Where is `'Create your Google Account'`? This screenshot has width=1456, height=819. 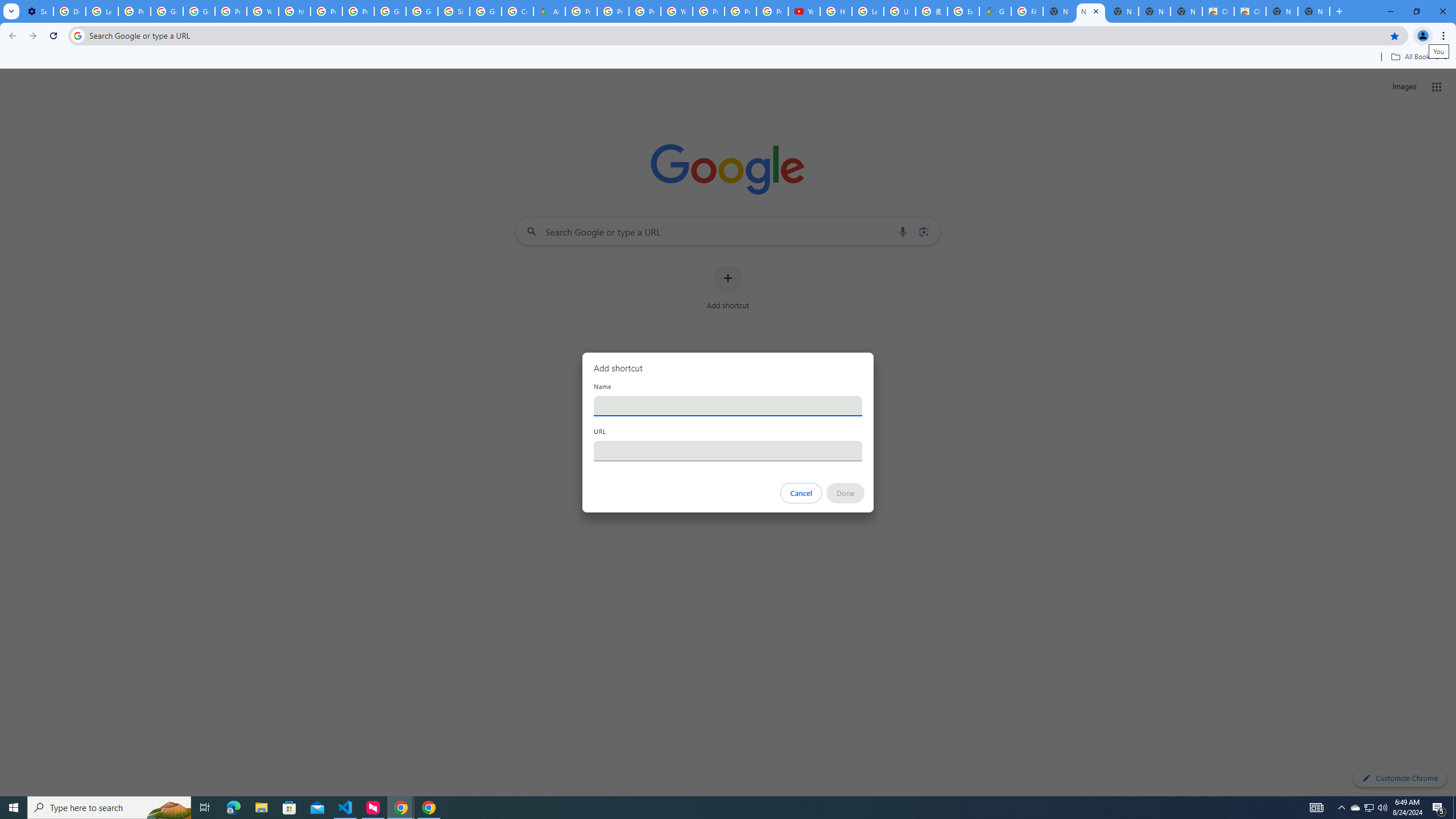 'Create your Google Account' is located at coordinates (517, 11).